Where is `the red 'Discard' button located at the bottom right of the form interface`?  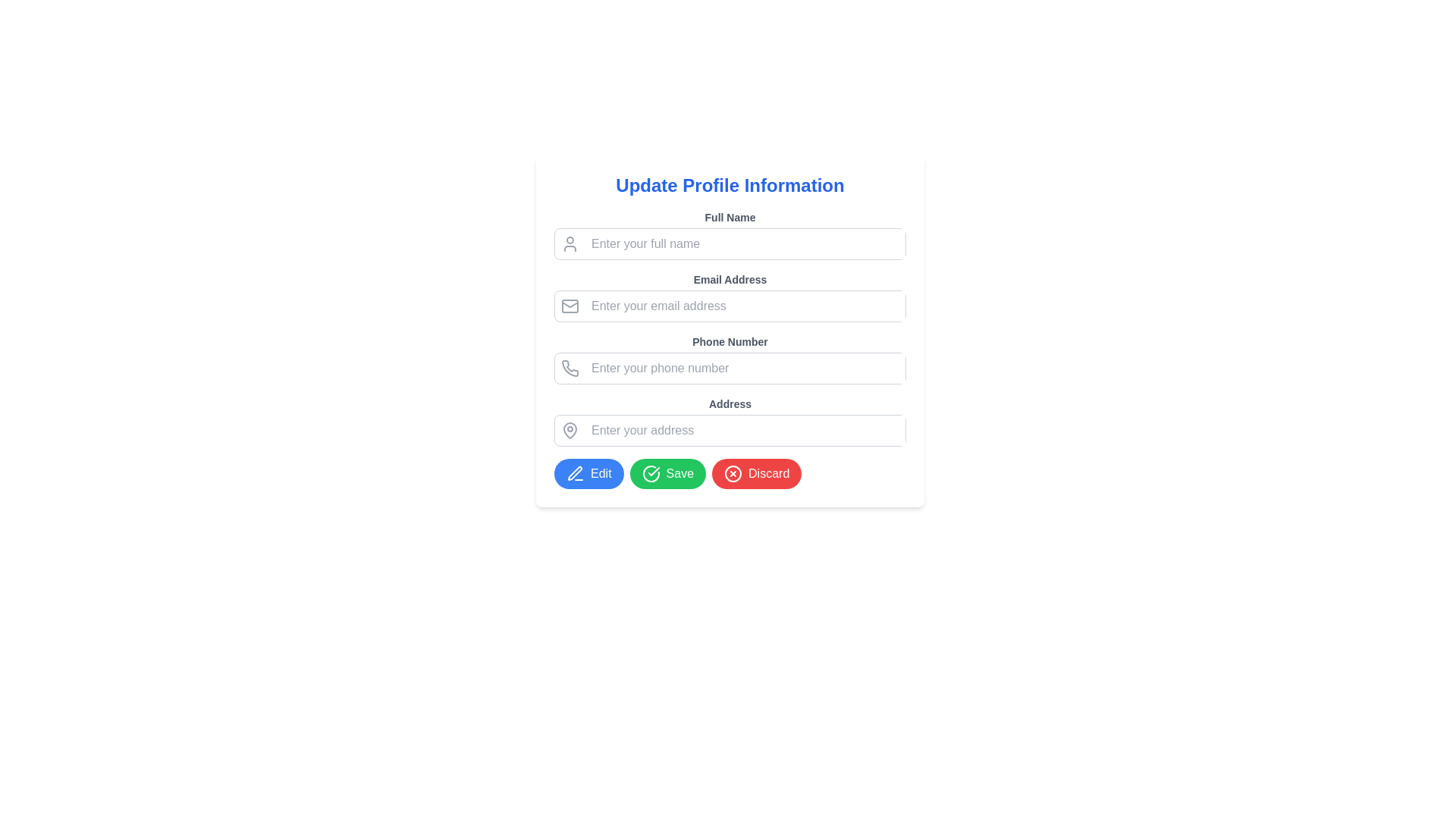
the red 'Discard' button located at the bottom right of the form interface is located at coordinates (733, 472).